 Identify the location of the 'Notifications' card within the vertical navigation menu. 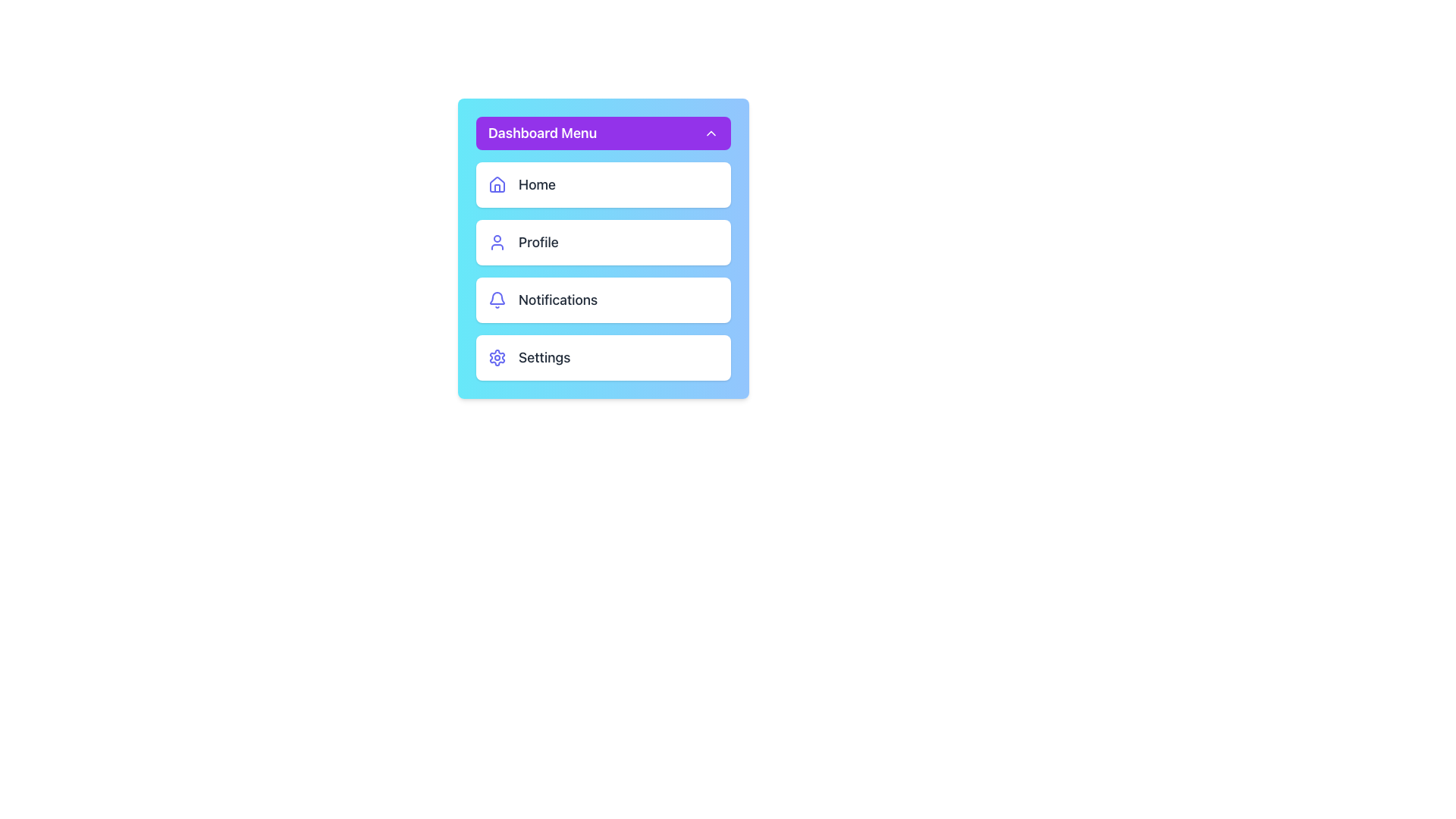
(603, 300).